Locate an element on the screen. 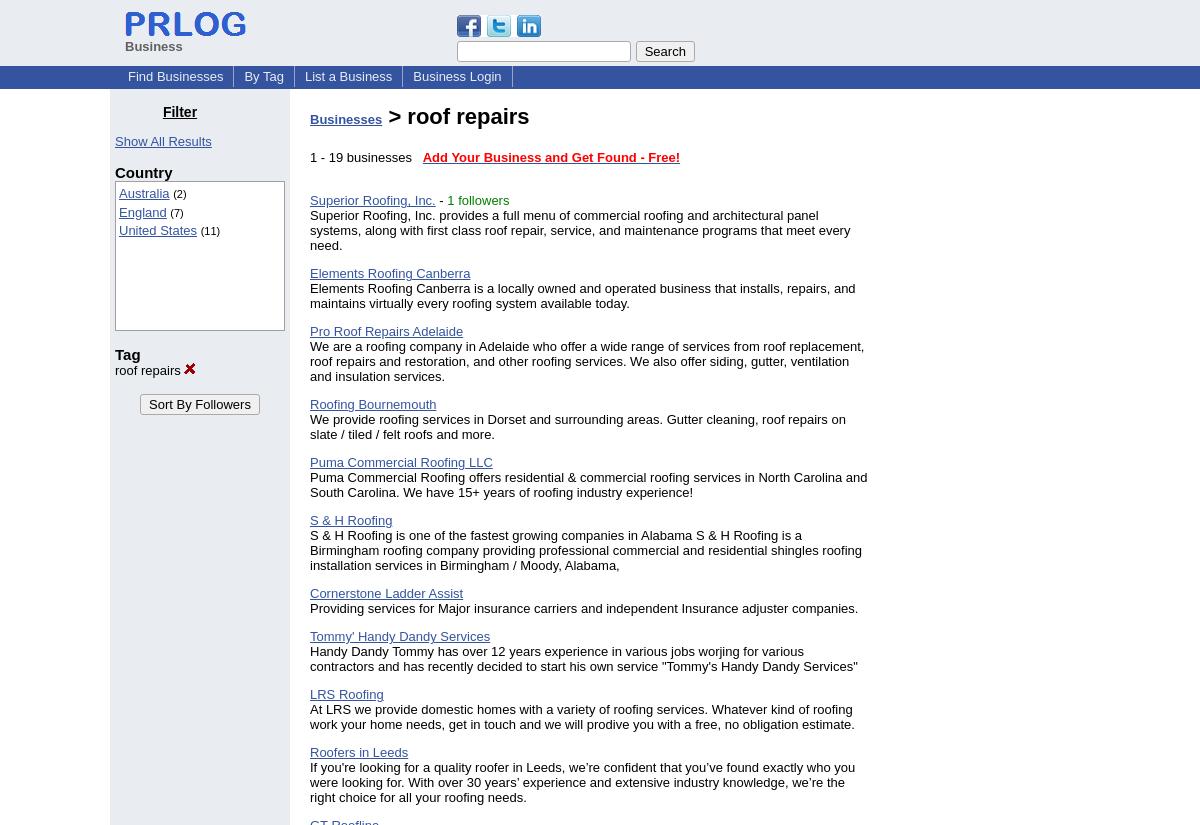  'Show All Results' is located at coordinates (161, 140).